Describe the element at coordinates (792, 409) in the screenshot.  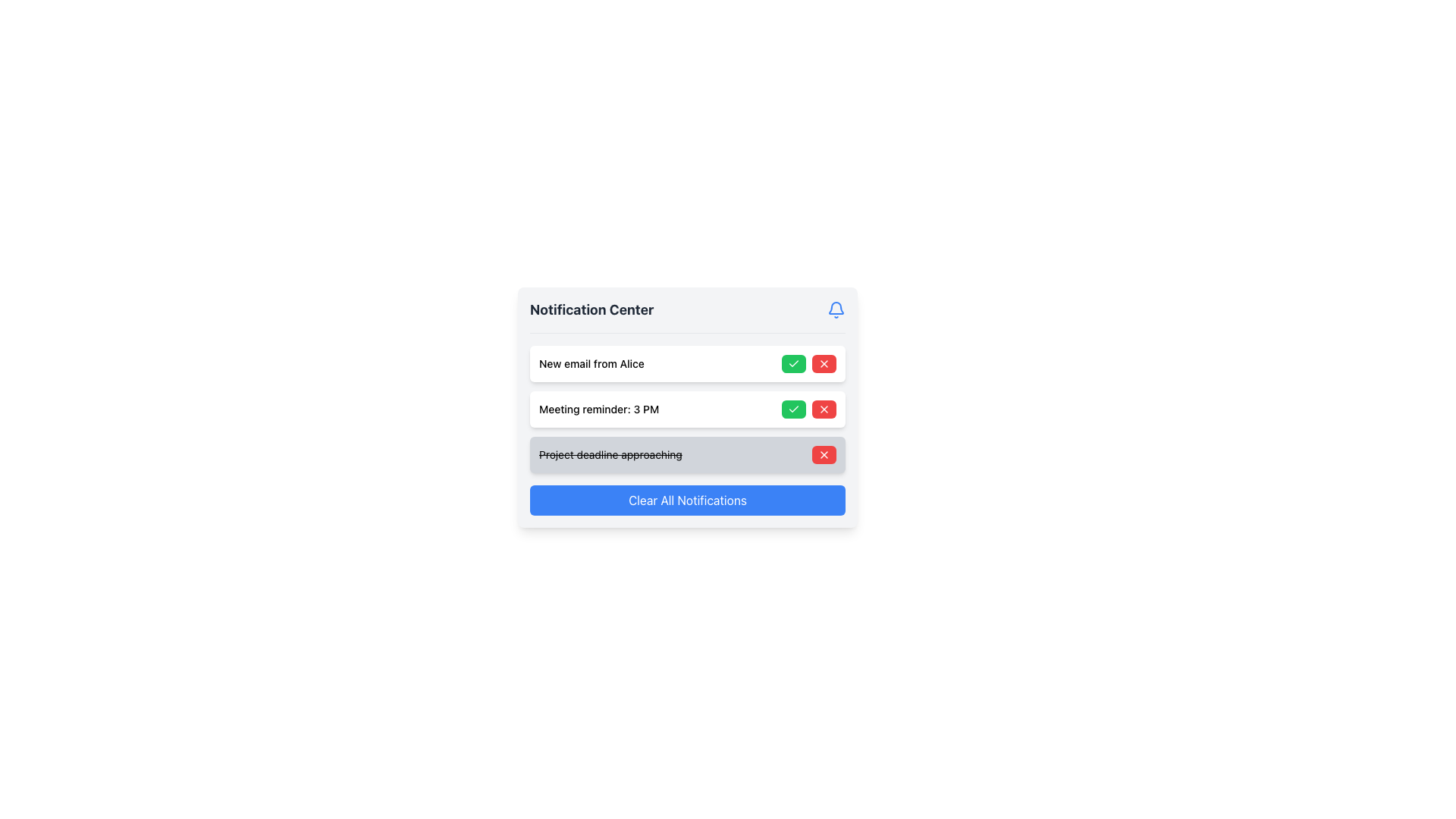
I see `the green button with rounded corners and a white check icon located in the notification for 'Meeting reminder: 3 PM'` at that location.